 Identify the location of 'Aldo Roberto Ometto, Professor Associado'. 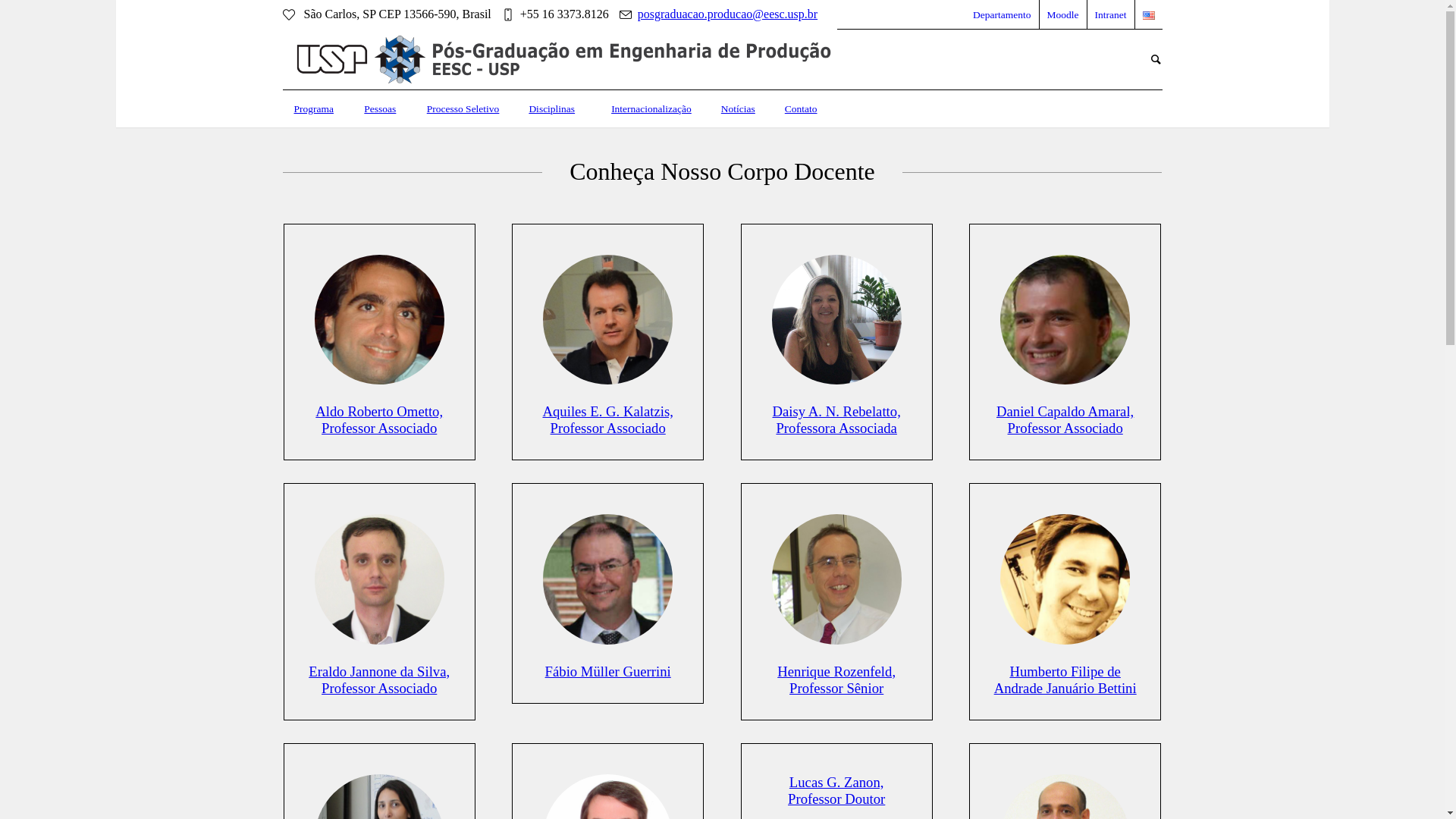
(378, 419).